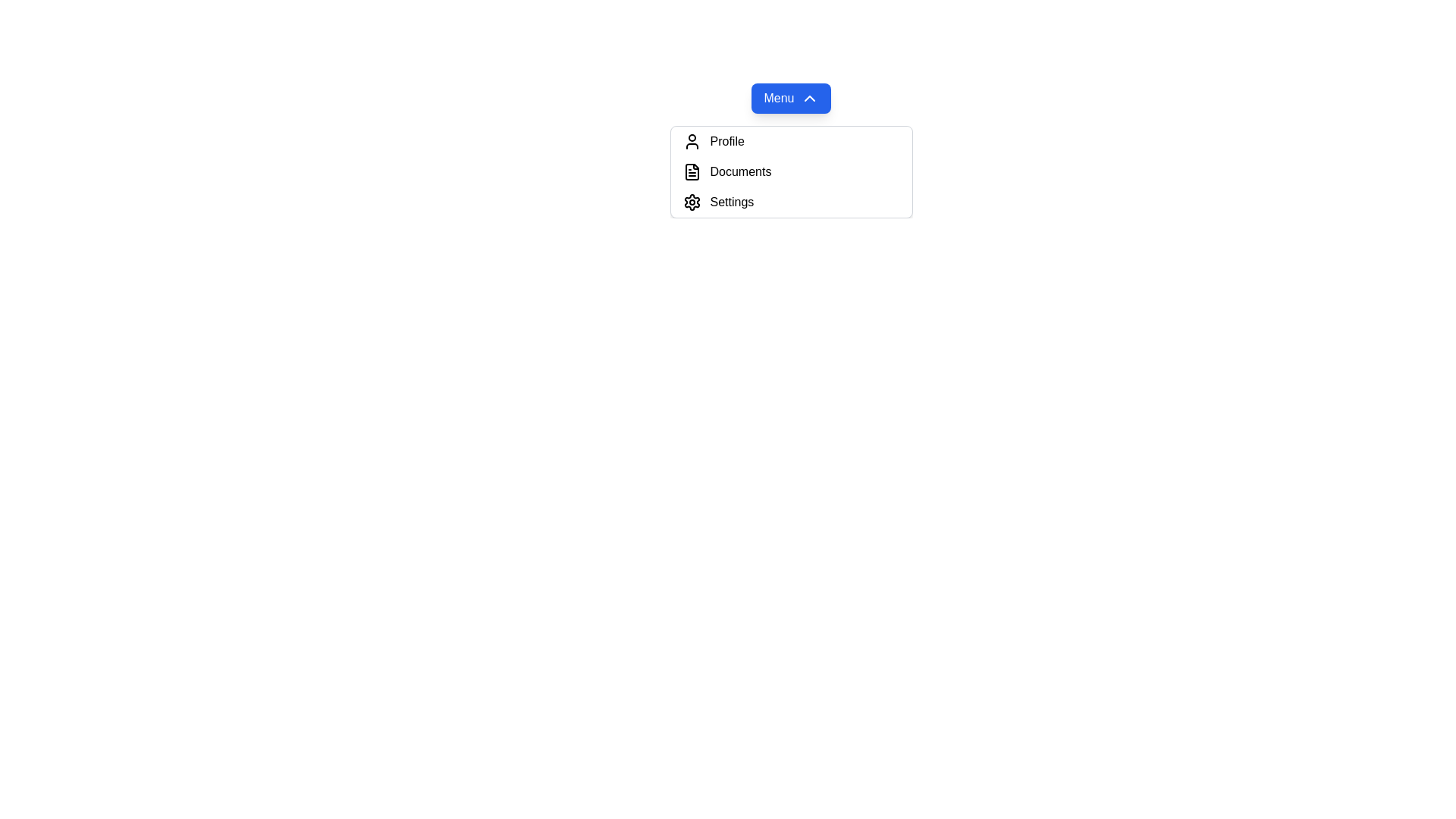 The height and width of the screenshot is (819, 1456). What do you see at coordinates (691, 141) in the screenshot?
I see `the user icon with a minimalistic line art style, located inside the dropdown menu to the left of the 'Profile' label` at bounding box center [691, 141].